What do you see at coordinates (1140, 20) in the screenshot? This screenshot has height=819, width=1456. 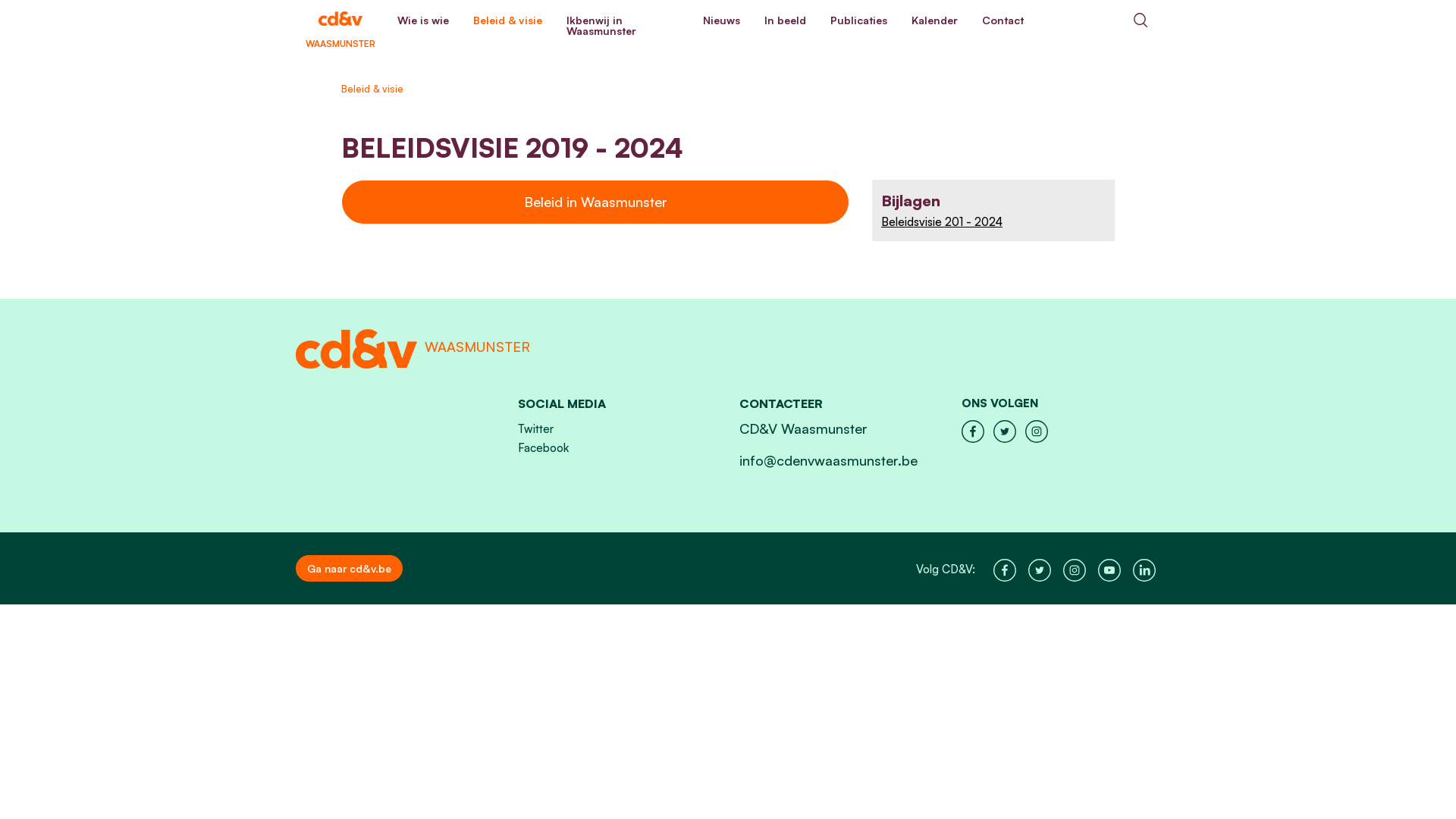 I see `'Search'` at bounding box center [1140, 20].